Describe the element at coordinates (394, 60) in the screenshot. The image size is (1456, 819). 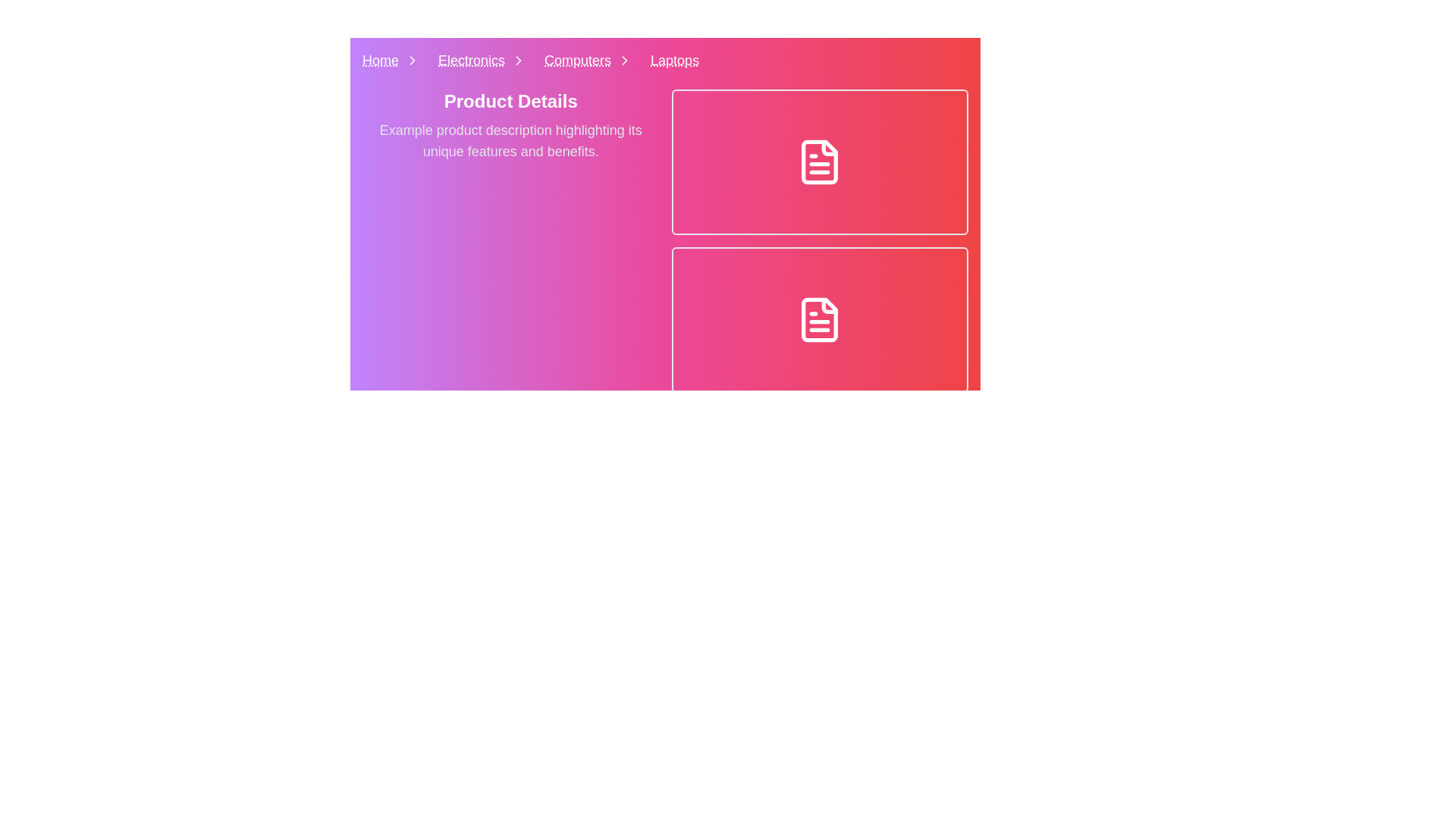
I see `the home page link located at the beginning of the breadcrumb navigation bar, positioned before the 'Electronics' link` at that location.